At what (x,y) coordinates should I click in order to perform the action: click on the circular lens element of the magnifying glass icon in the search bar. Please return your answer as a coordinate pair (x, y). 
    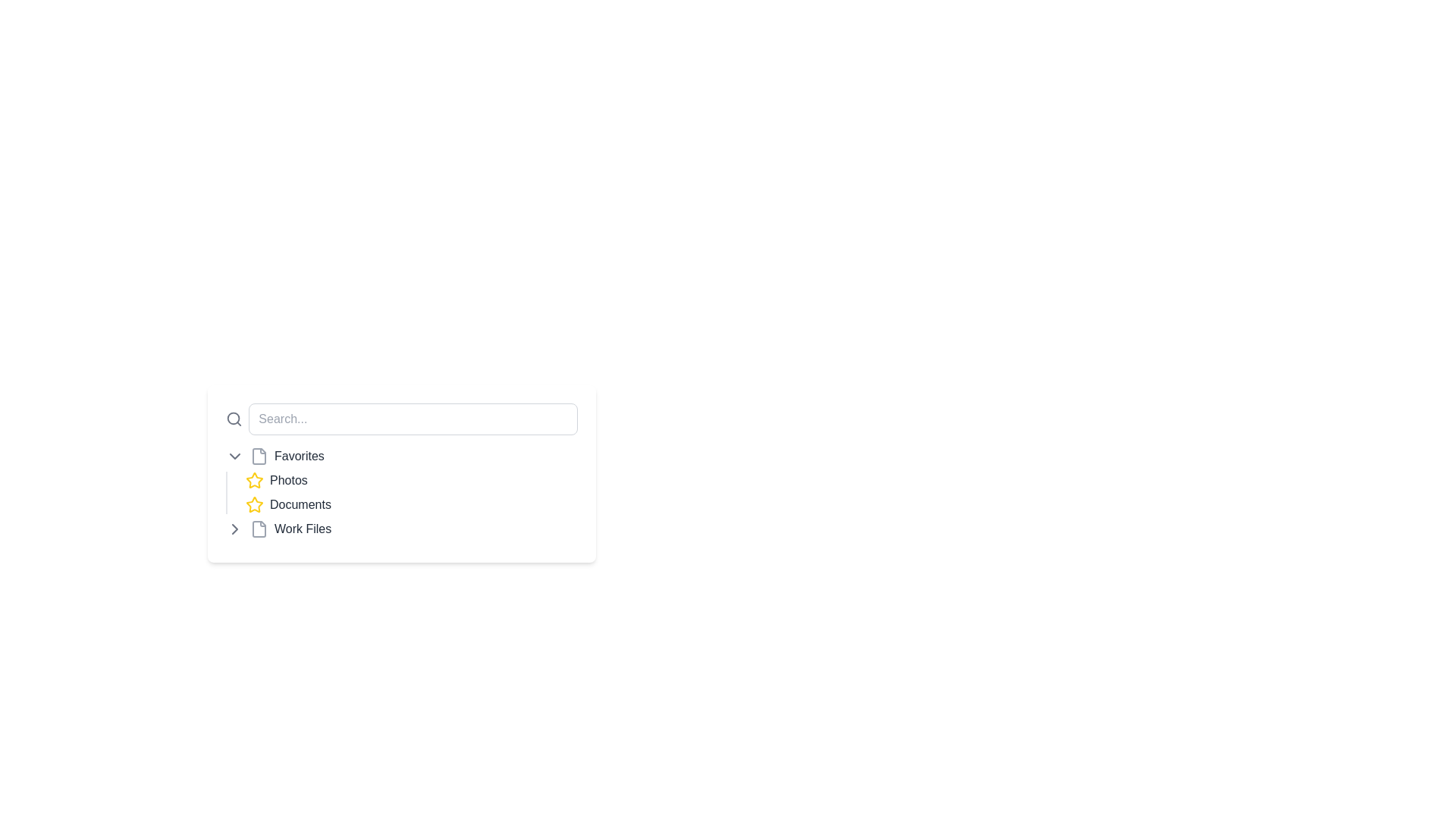
    Looking at the image, I should click on (233, 419).